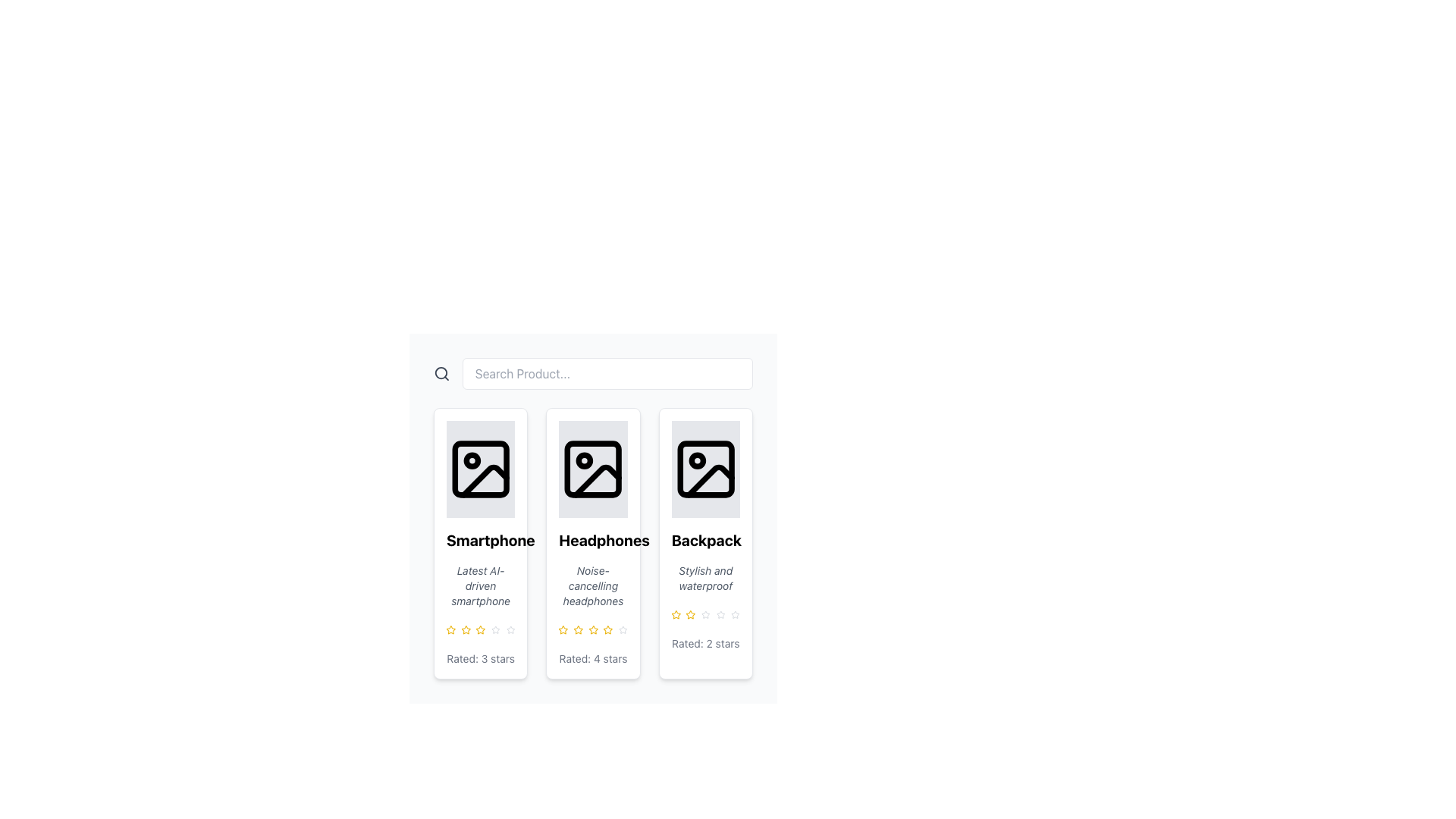  What do you see at coordinates (592, 468) in the screenshot?
I see `the decorative SVG rectangle element located in the 'Headphones' card of the grid layout, positioned towards the upper left corner of the placeholder graphic` at bounding box center [592, 468].